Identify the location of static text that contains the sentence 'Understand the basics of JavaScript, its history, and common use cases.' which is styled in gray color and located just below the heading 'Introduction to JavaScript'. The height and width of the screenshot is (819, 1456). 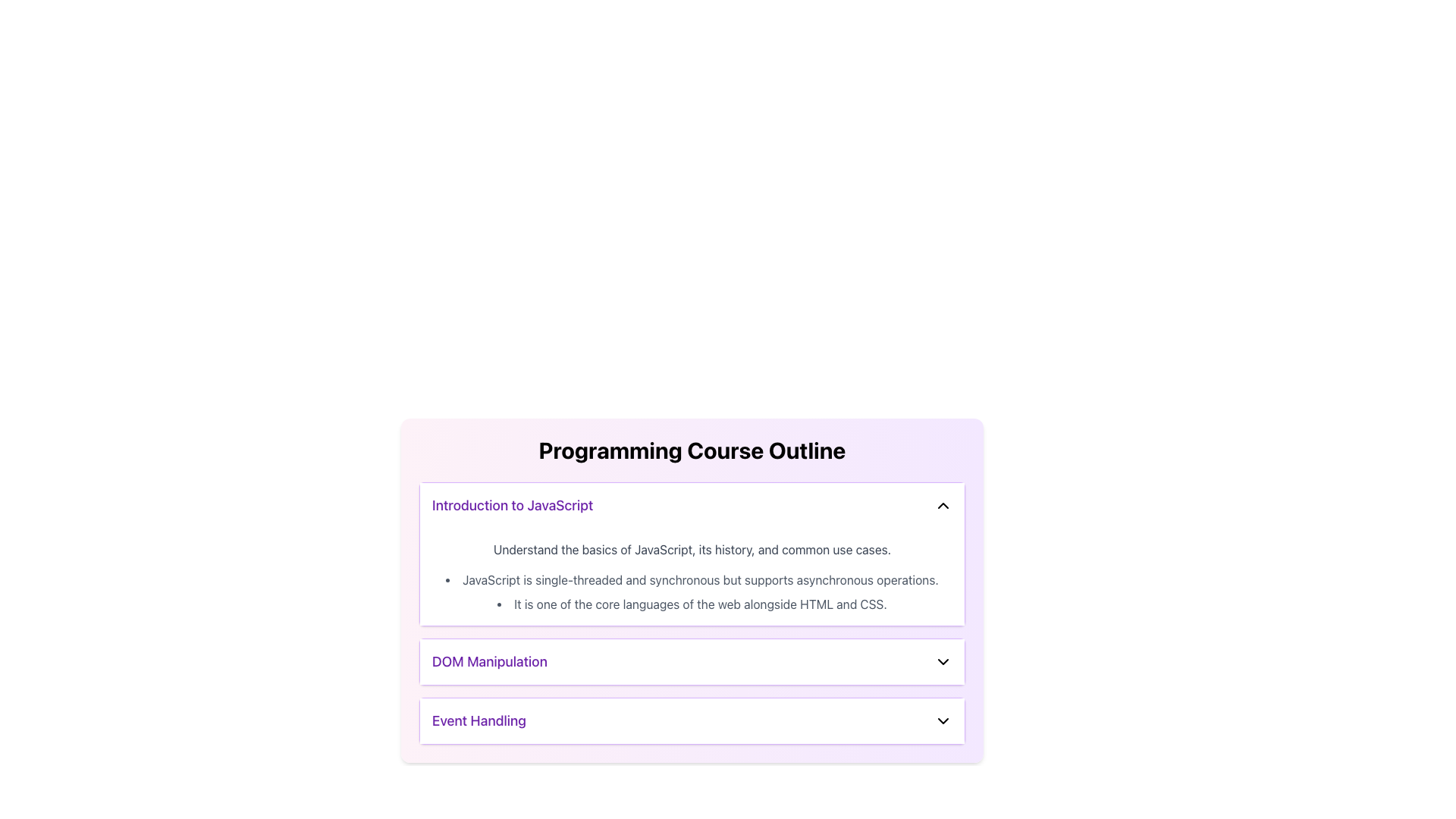
(691, 550).